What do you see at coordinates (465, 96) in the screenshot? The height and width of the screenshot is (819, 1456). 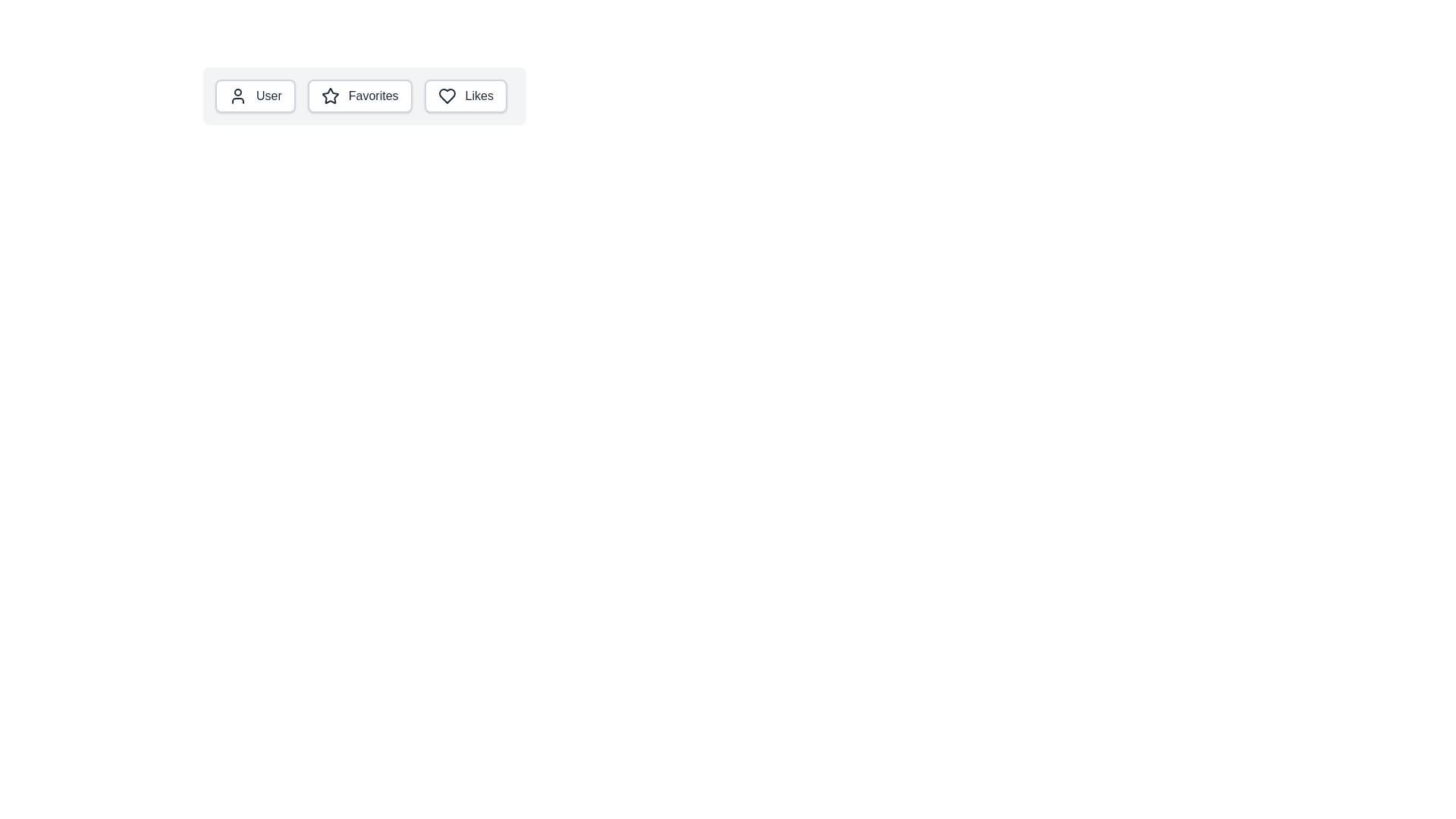 I see `the Likes chip to activate it` at bounding box center [465, 96].